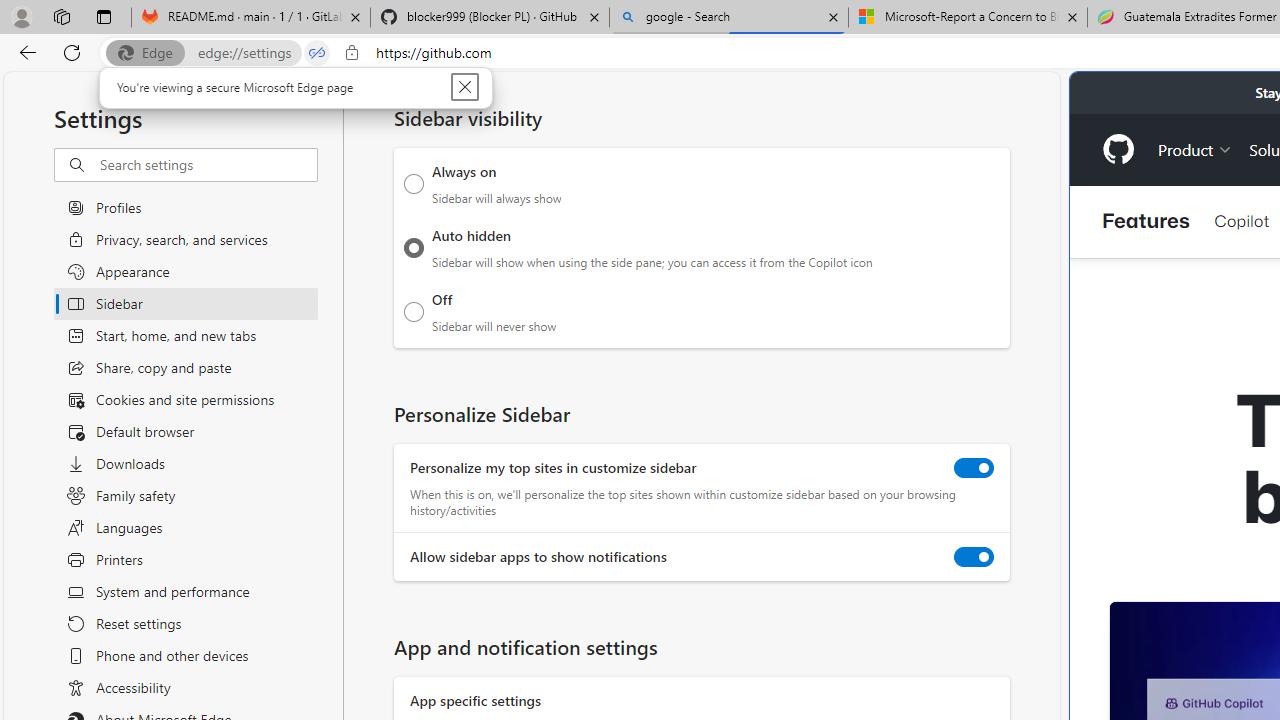  I want to click on 'Allow sidebar apps to show notifications', so click(974, 557).